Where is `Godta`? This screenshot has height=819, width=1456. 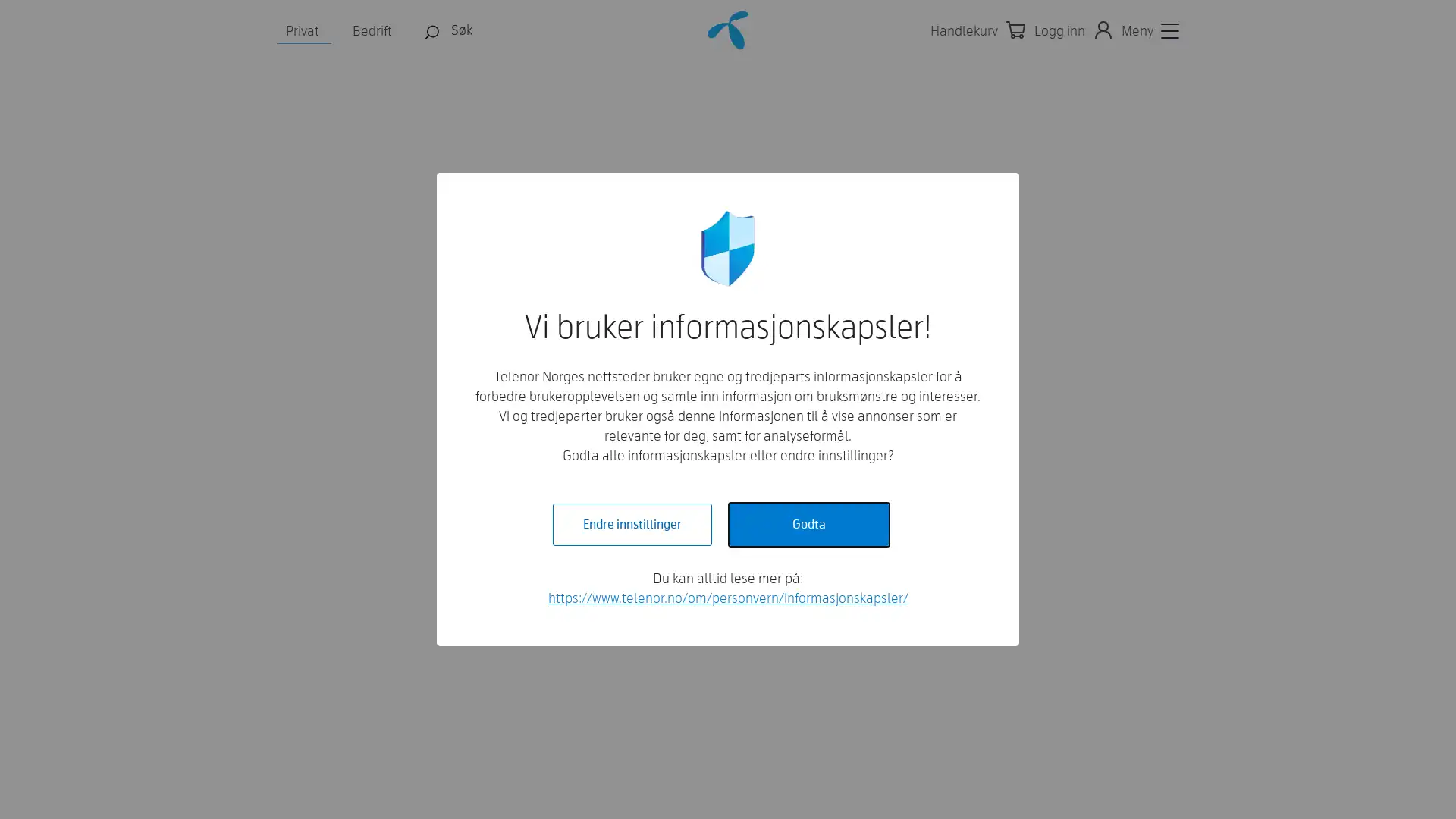
Godta is located at coordinates (807, 523).